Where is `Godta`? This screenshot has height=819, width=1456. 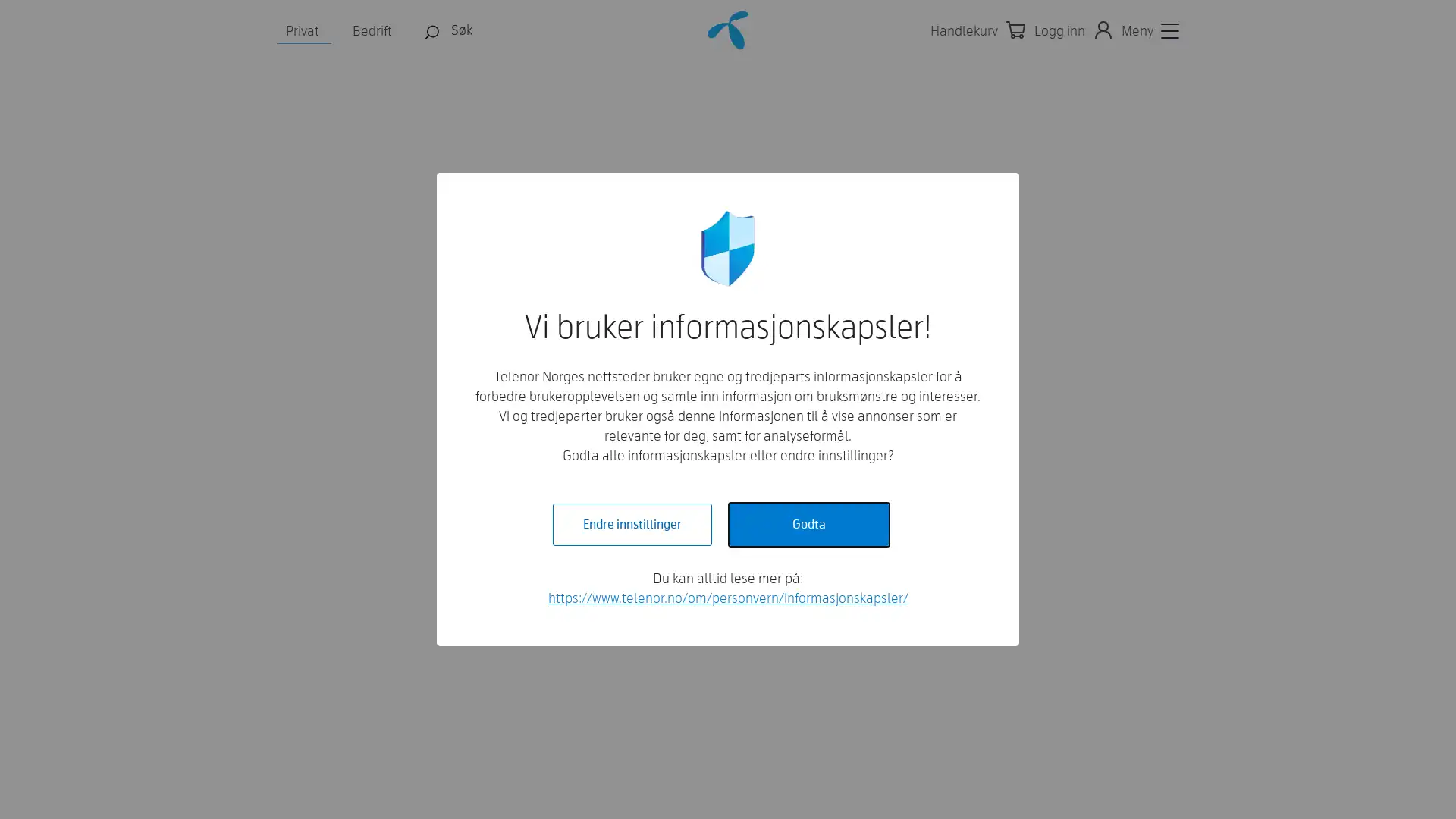
Godta is located at coordinates (807, 523).